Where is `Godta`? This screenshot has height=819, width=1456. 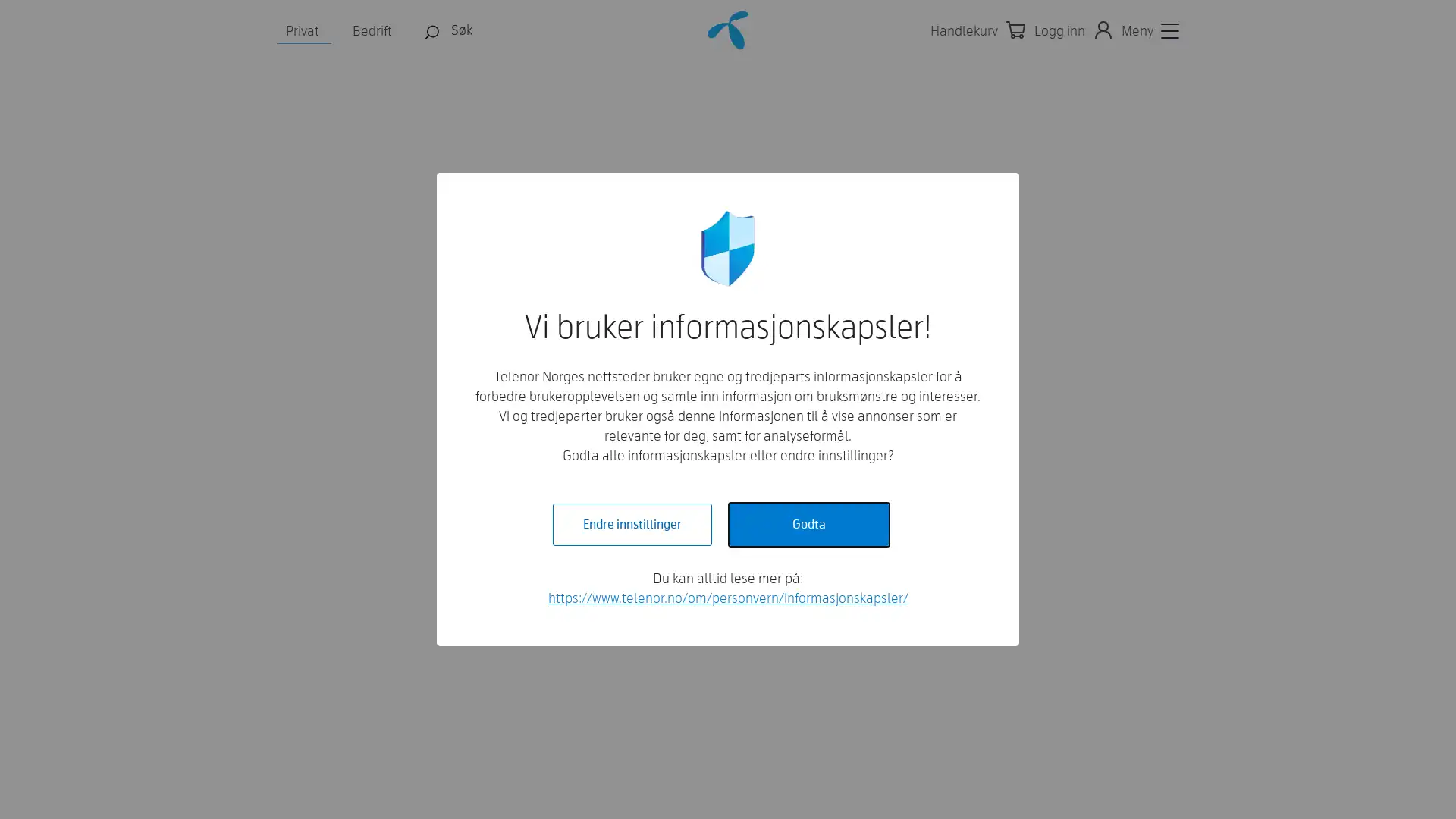
Godta is located at coordinates (807, 523).